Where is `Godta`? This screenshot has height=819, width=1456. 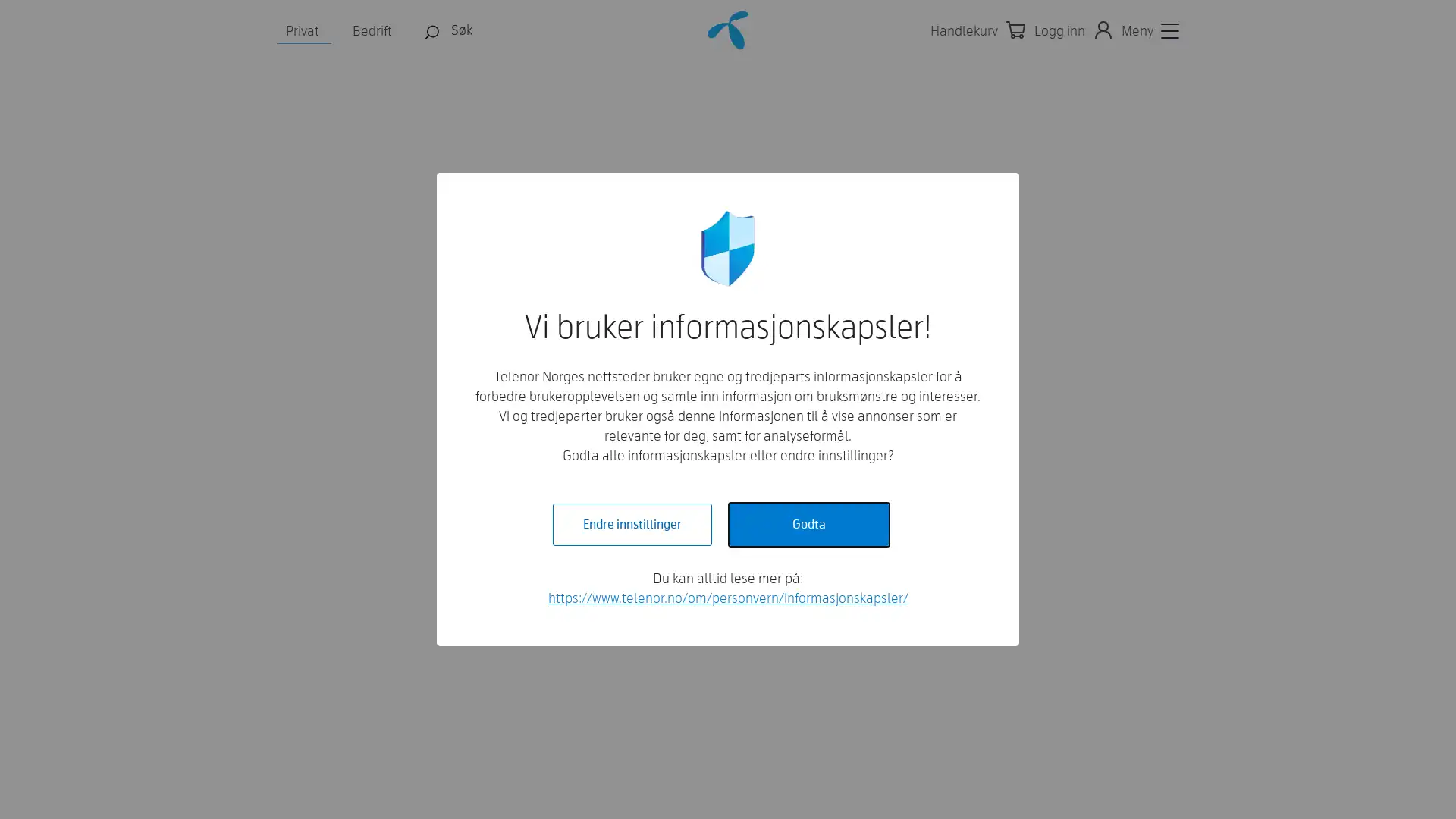
Godta is located at coordinates (807, 523).